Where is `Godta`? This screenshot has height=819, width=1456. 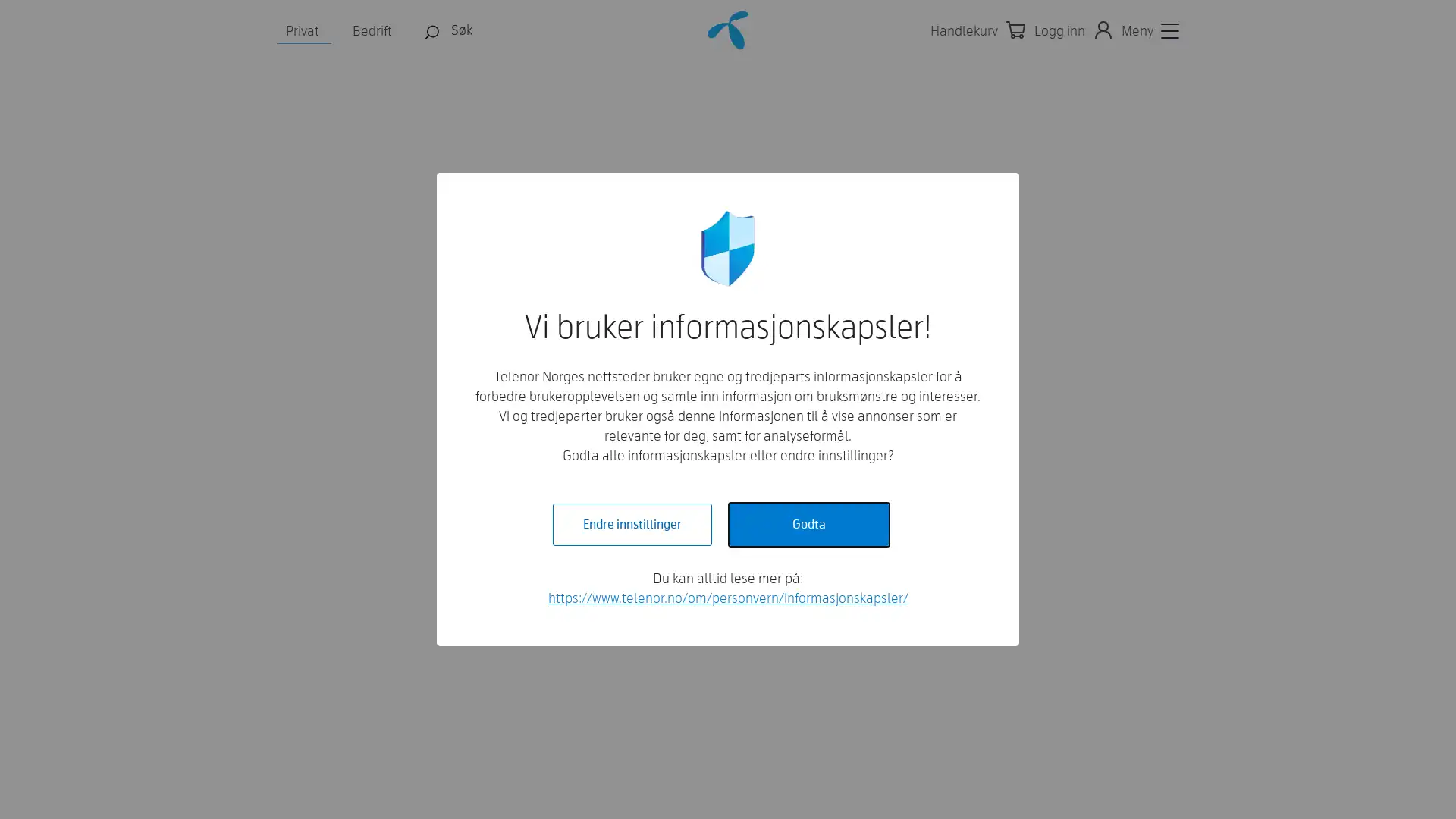
Godta is located at coordinates (807, 523).